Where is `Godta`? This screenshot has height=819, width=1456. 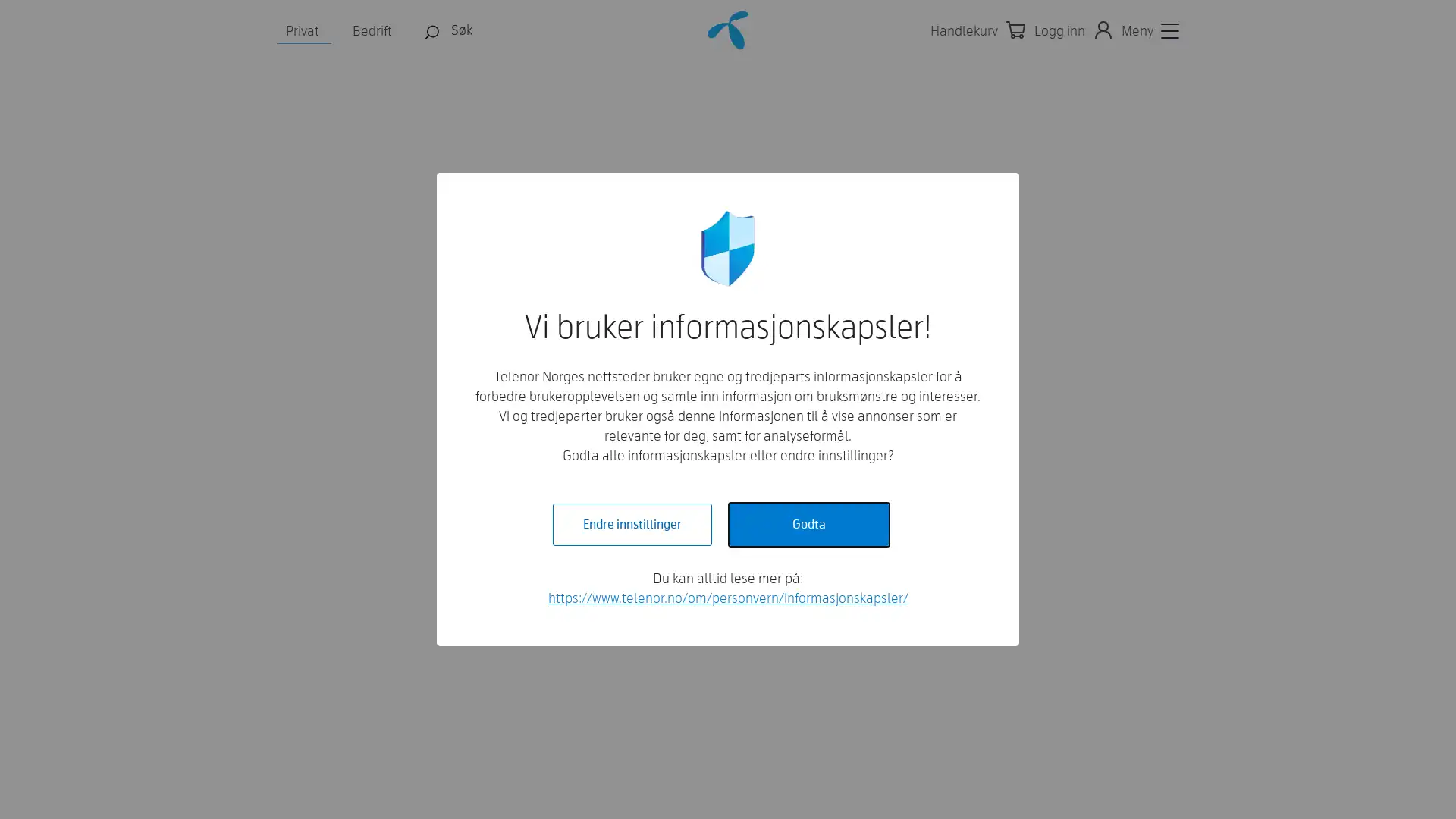
Godta is located at coordinates (807, 523).